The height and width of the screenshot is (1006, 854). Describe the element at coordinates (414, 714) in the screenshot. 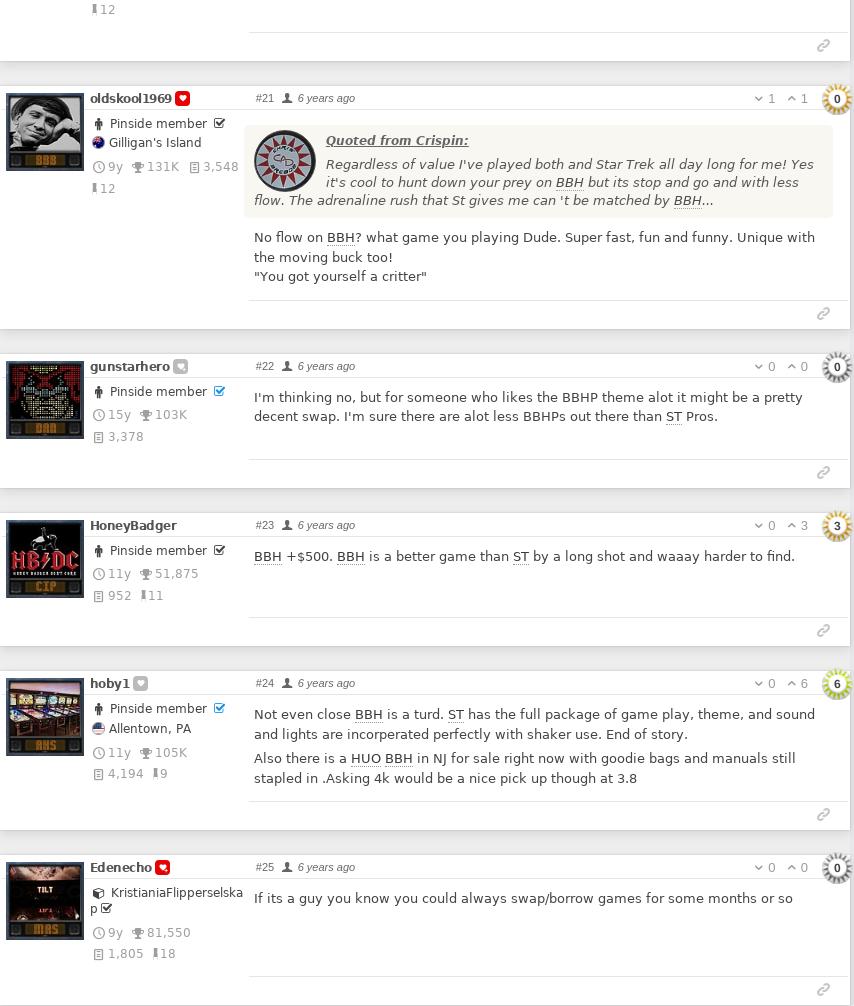

I see `'is a turd.'` at that location.